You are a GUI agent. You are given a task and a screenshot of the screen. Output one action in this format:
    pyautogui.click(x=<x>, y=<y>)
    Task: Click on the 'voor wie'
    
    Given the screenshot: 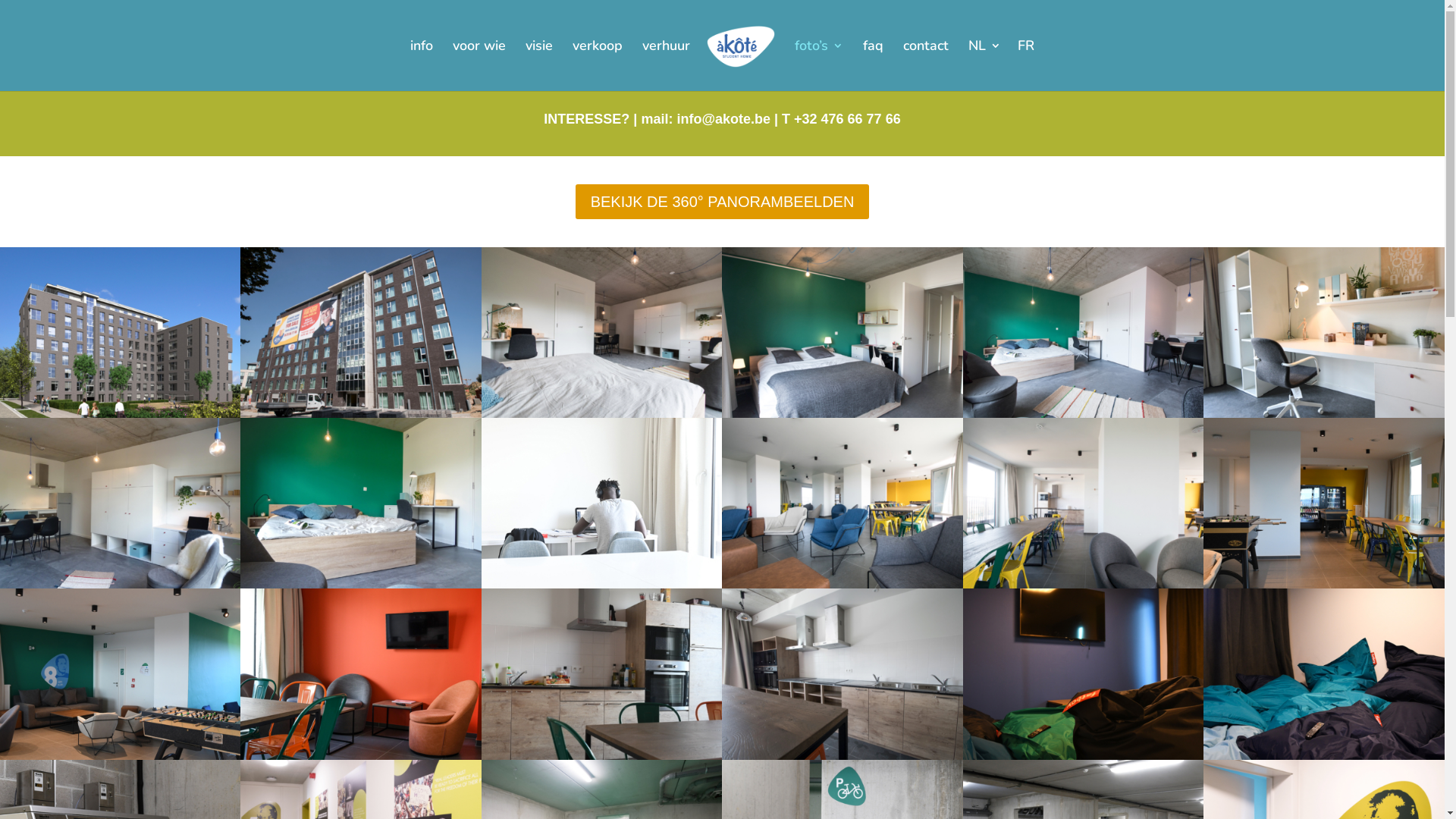 What is the action you would take?
    pyautogui.click(x=479, y=64)
    